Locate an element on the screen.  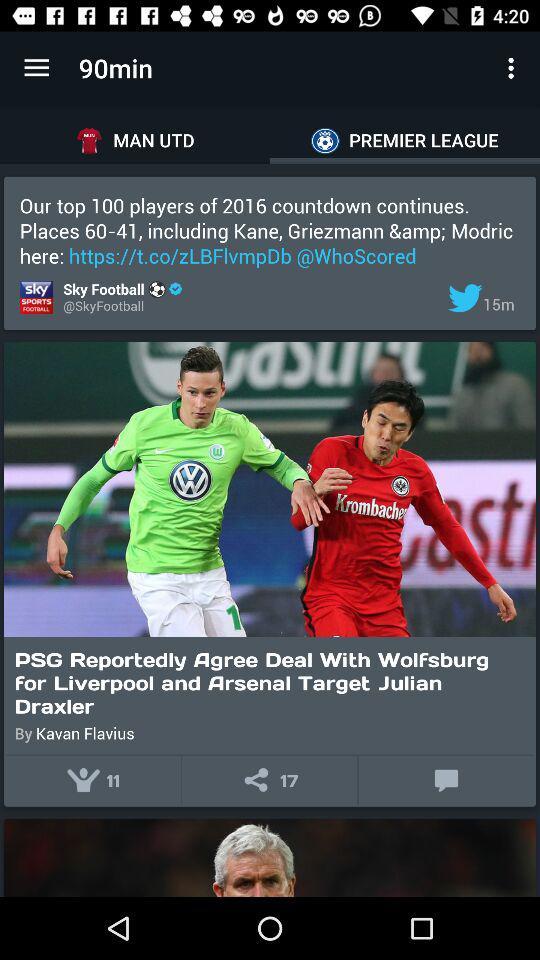
the item to the right of the 90min app is located at coordinates (513, 68).